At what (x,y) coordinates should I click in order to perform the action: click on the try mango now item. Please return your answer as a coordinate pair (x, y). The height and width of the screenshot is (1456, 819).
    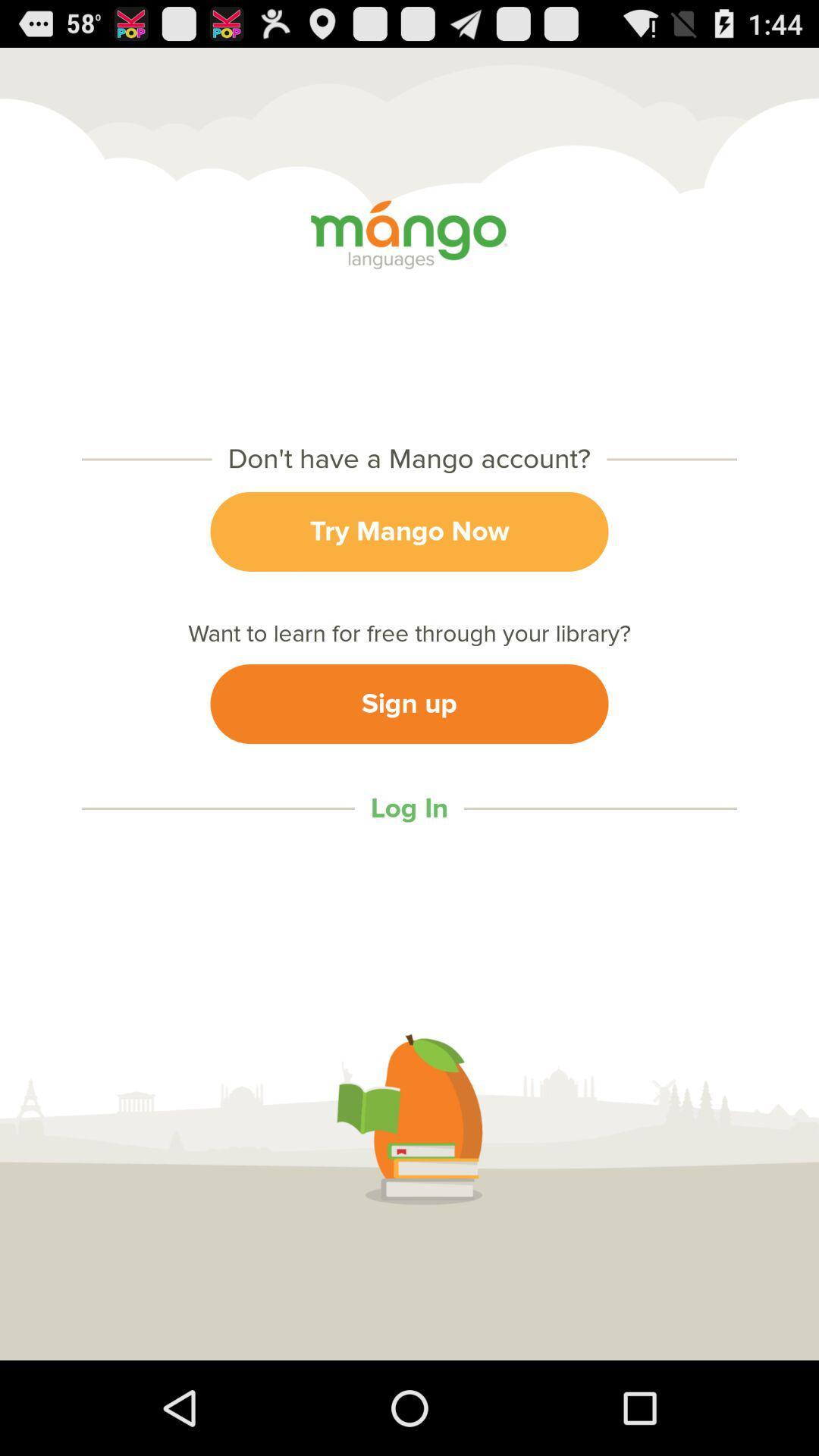
    Looking at the image, I should click on (409, 532).